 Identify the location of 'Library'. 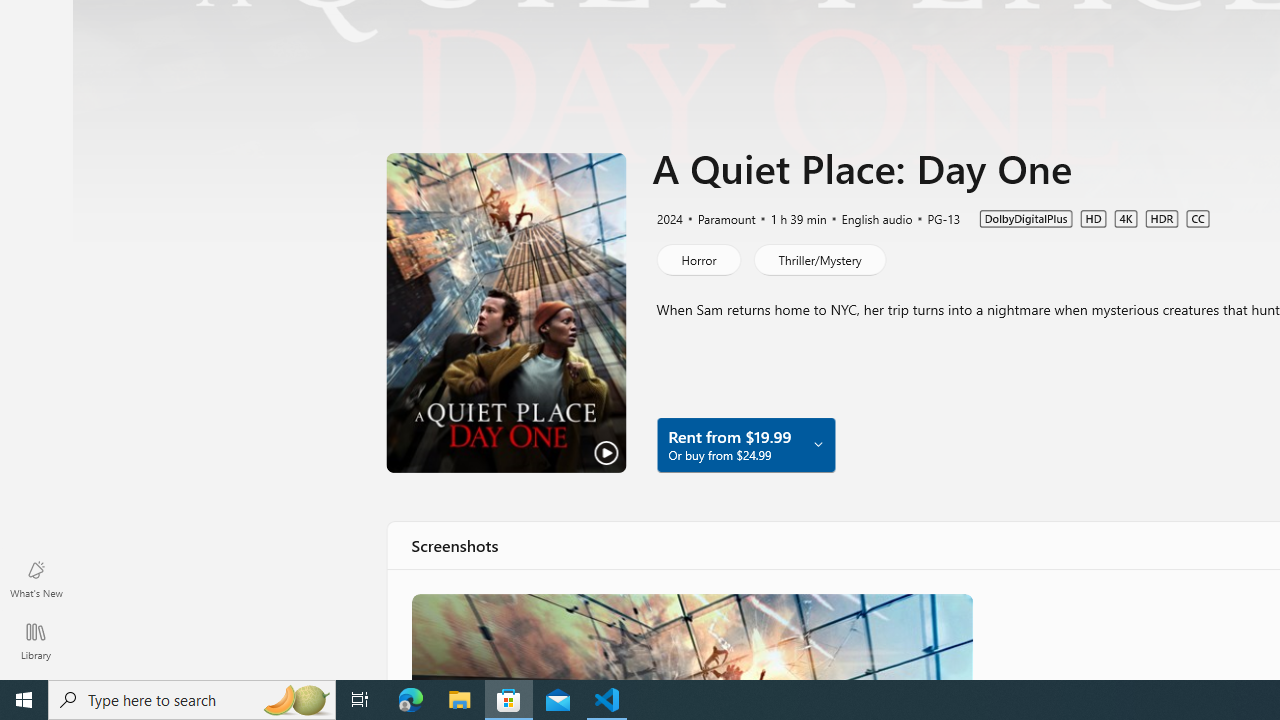
(35, 640).